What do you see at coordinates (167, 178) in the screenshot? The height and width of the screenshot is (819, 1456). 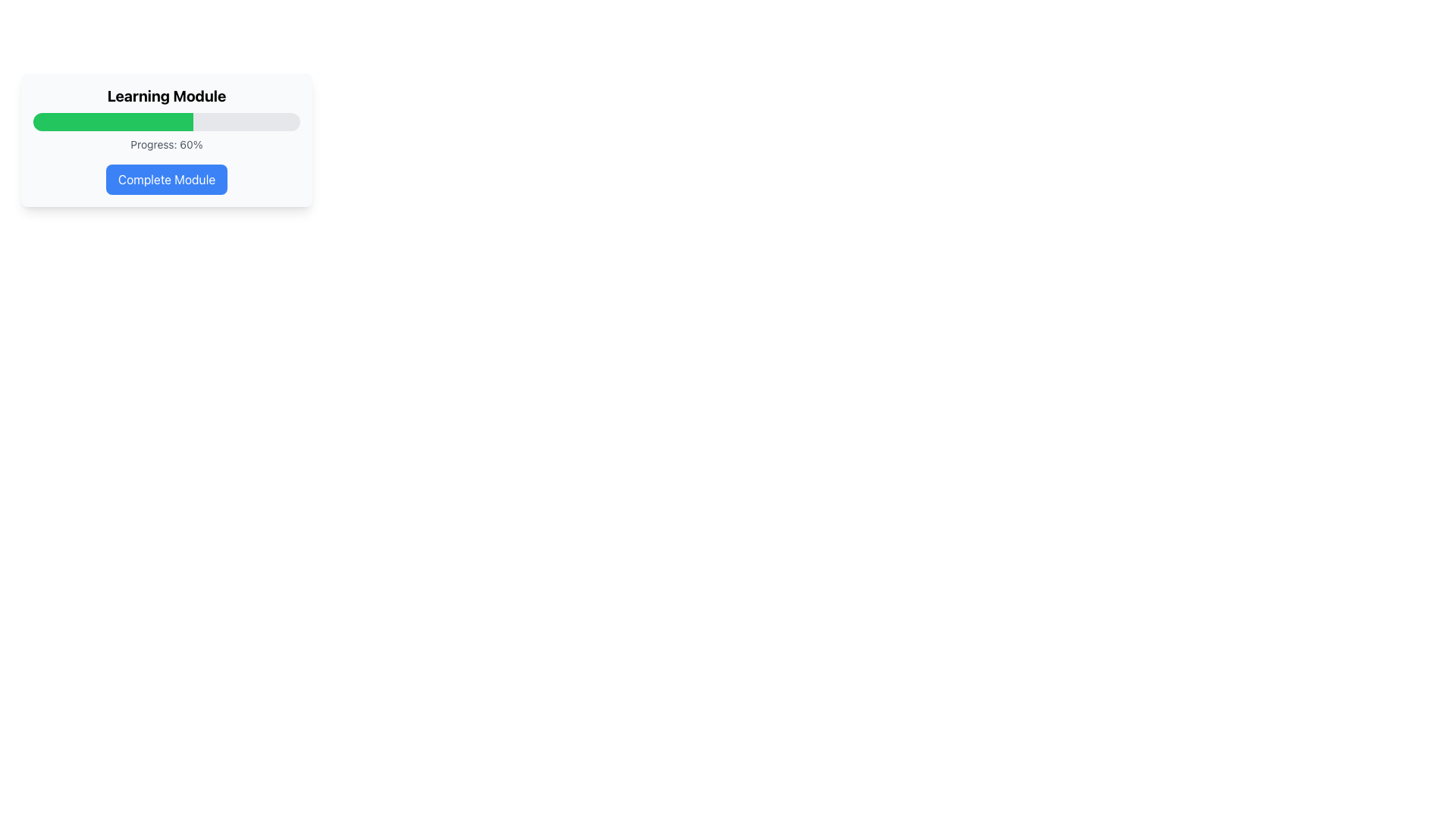 I see `the bright blue button labeled 'Complete Module'` at bounding box center [167, 178].